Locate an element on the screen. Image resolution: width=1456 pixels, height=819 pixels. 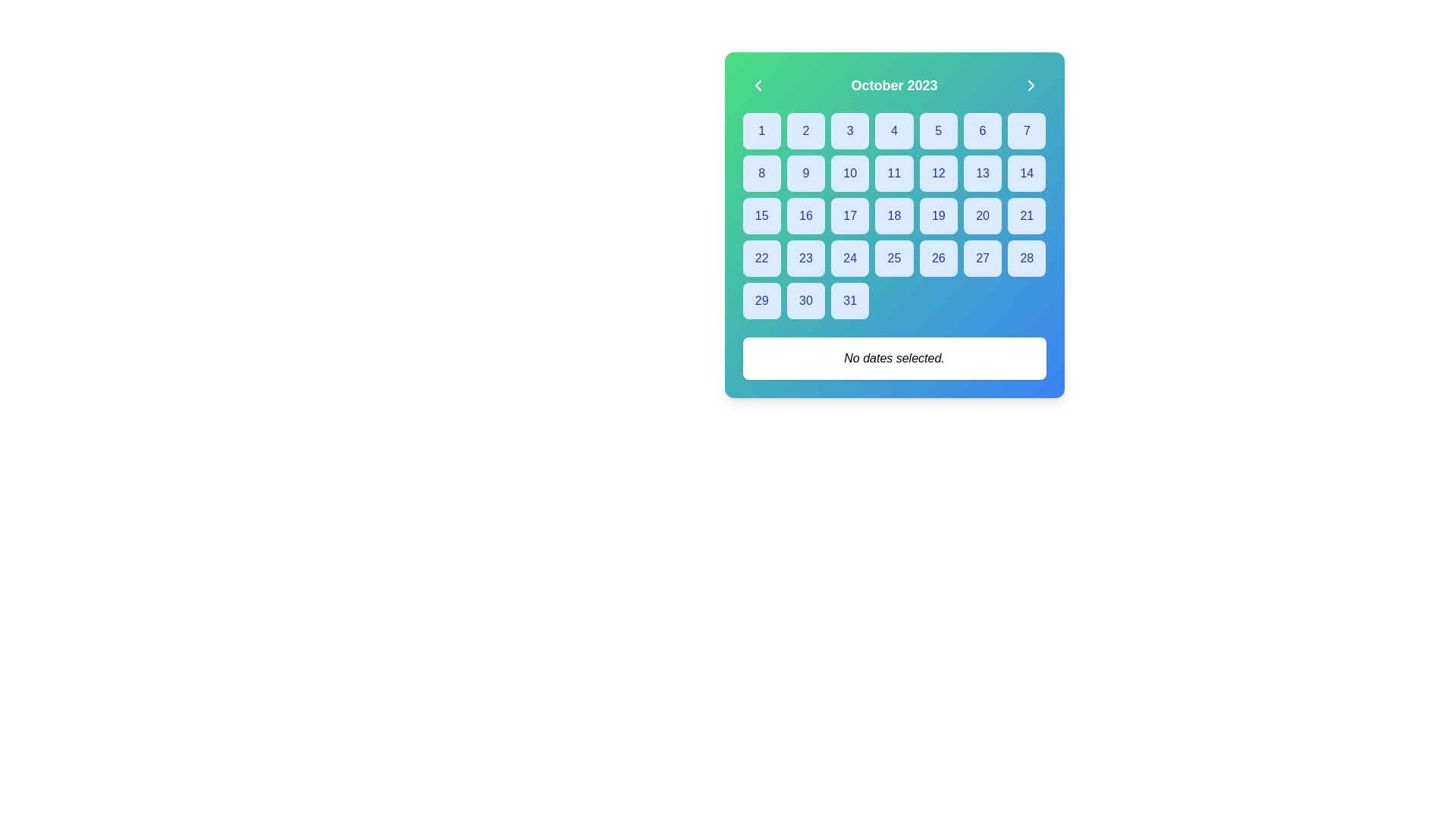
the square button with rounded borders displaying the number '5' in bold blue text to change its background color is located at coordinates (937, 130).